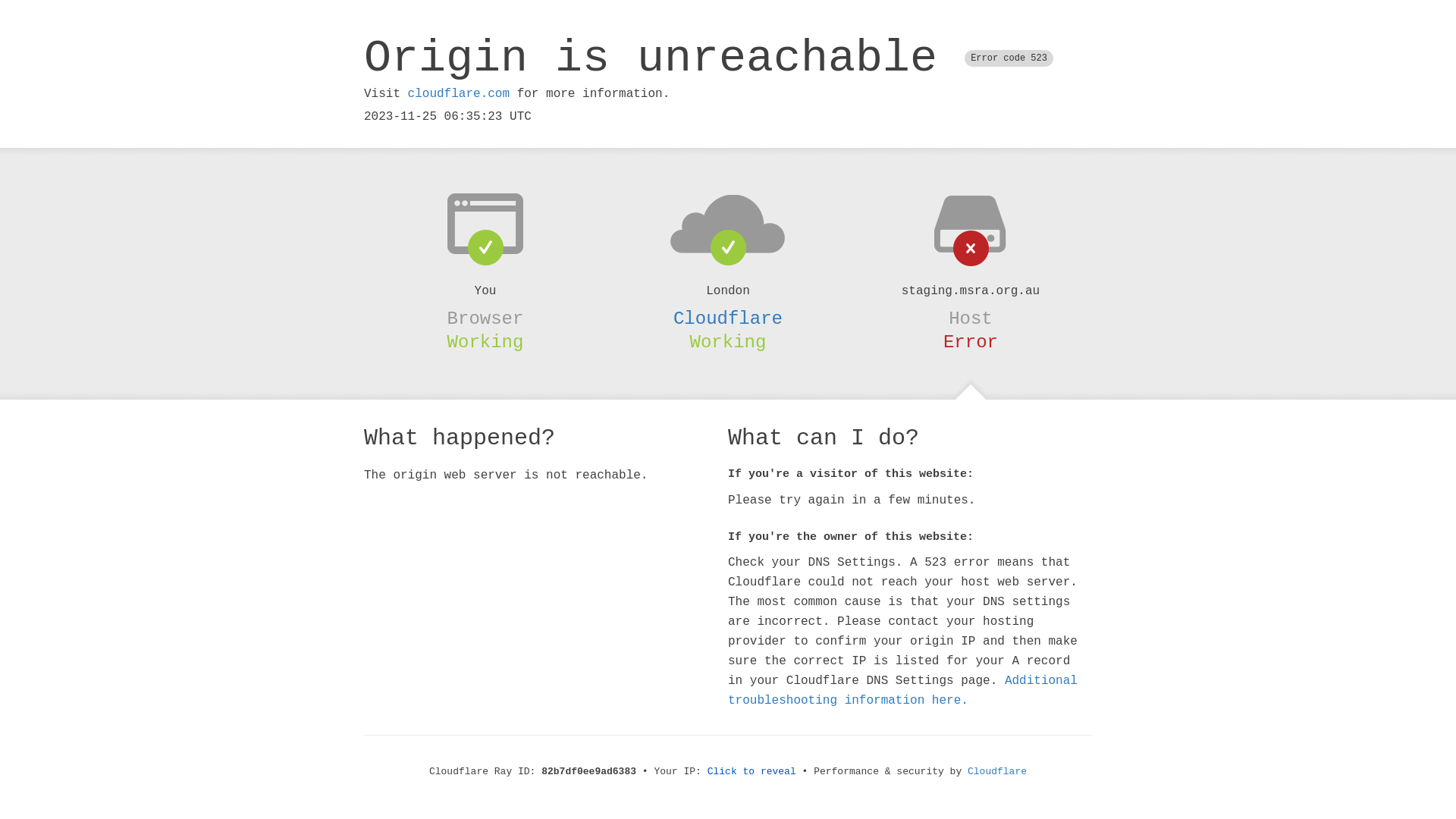 Image resolution: width=1456 pixels, height=819 pixels. What do you see at coordinates (457, 93) in the screenshot?
I see `'cloudflare.com'` at bounding box center [457, 93].